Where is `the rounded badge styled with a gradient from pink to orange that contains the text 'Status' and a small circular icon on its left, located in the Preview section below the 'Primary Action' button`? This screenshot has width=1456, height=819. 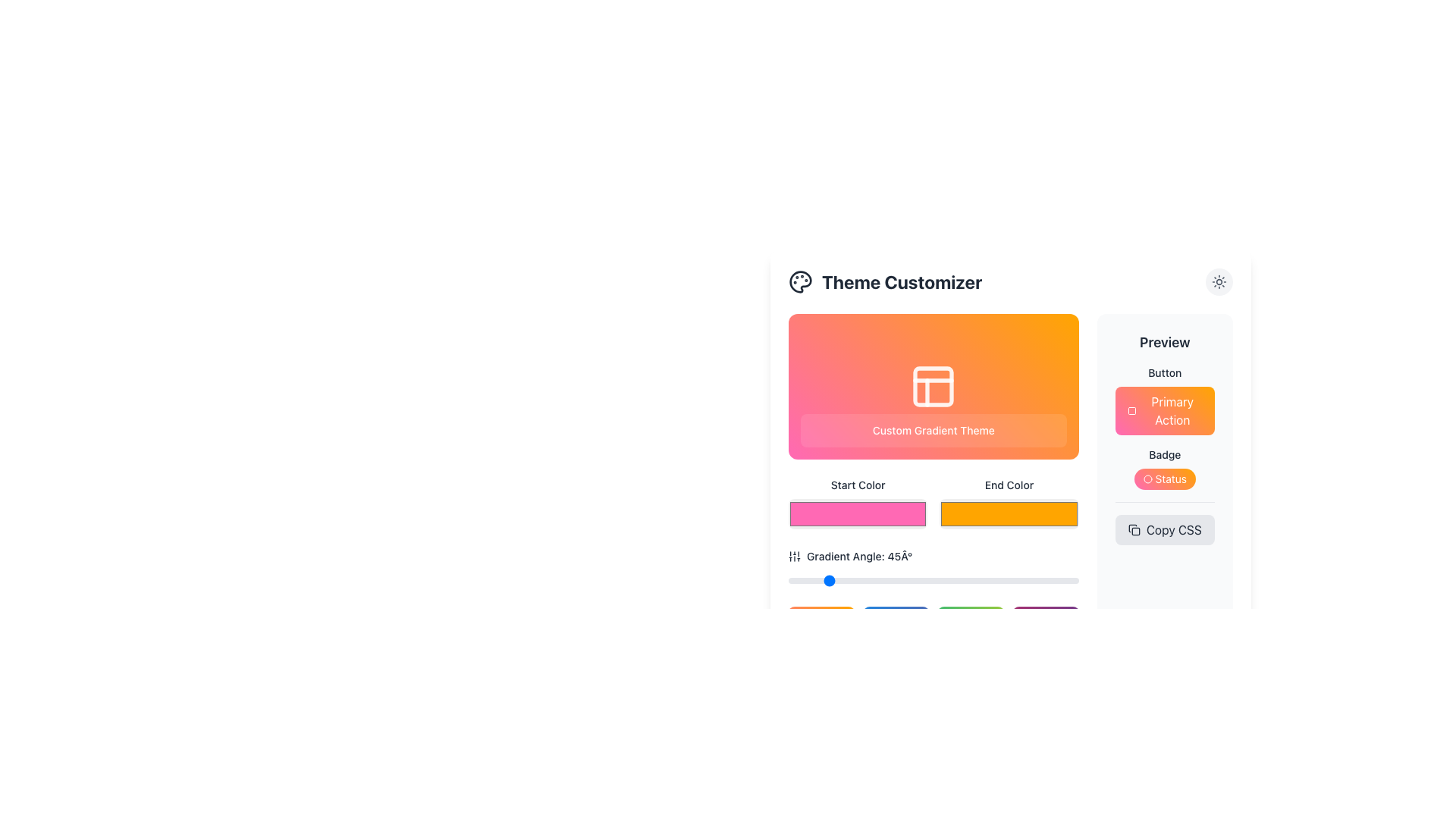 the rounded badge styled with a gradient from pink to orange that contains the text 'Status' and a small circular icon on its left, located in the Preview section below the 'Primary Action' button is located at coordinates (1164, 467).